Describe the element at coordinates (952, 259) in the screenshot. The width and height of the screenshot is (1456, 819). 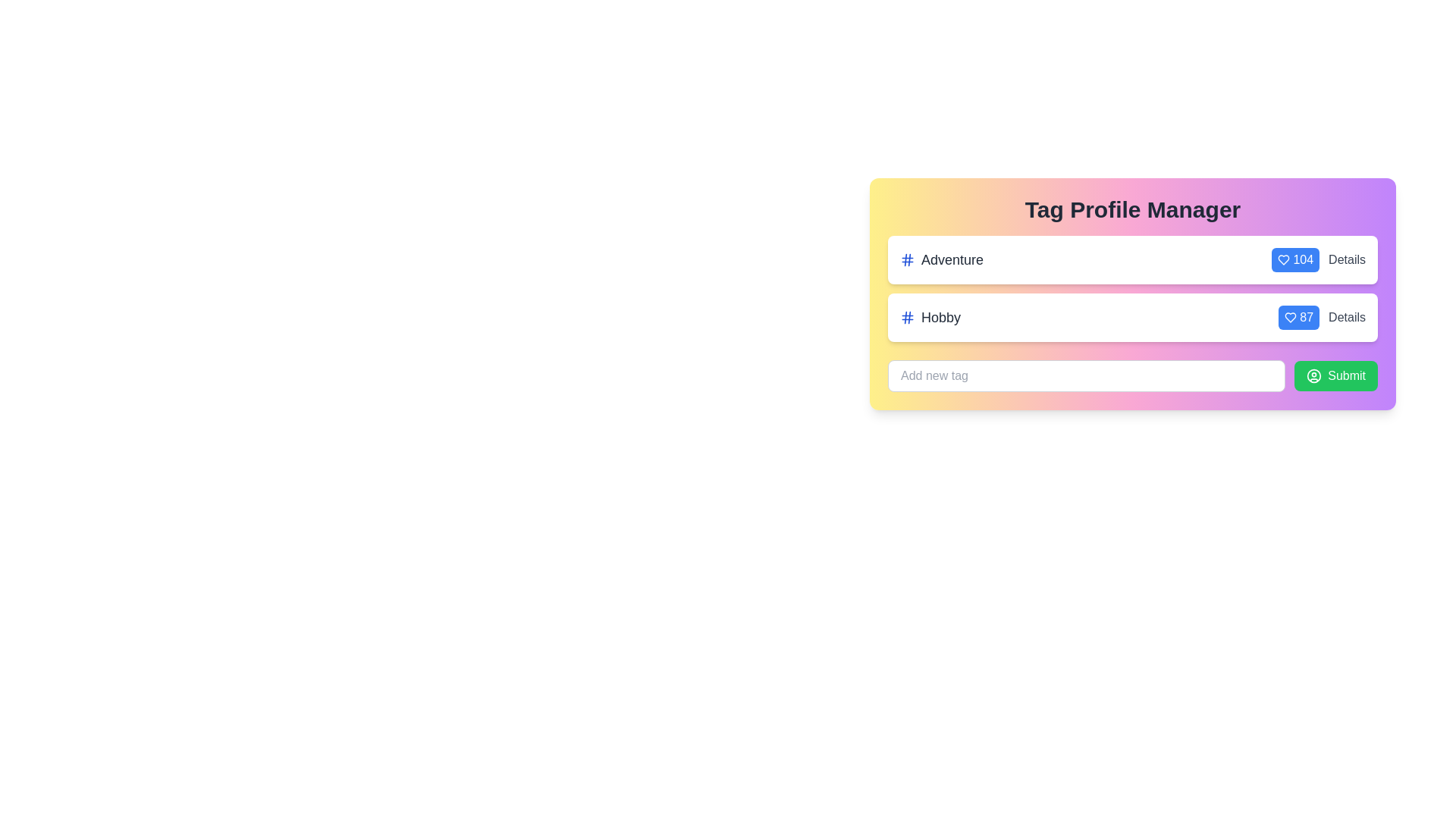
I see `the 'Adventure' text label, which is the first item in the tag list and is located adjacent to a blue icon` at that location.